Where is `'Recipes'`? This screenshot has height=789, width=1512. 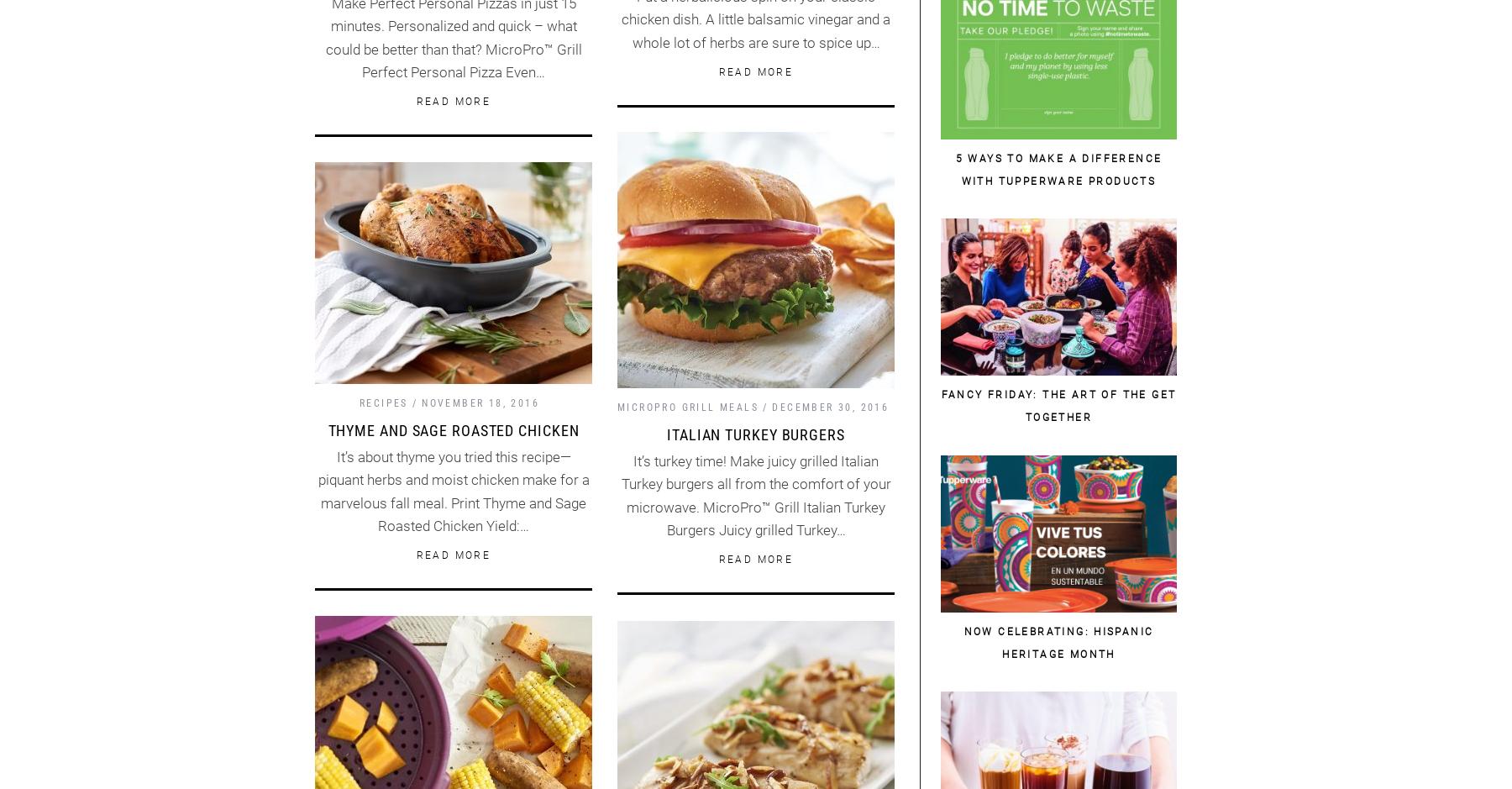 'Recipes' is located at coordinates (381, 401).